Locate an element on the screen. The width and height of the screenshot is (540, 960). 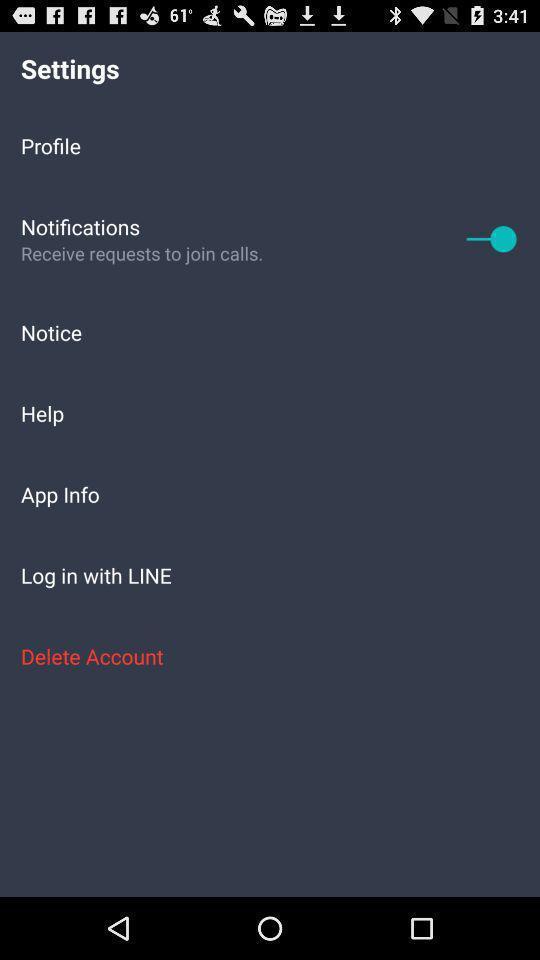
the item below profile app is located at coordinates (491, 238).